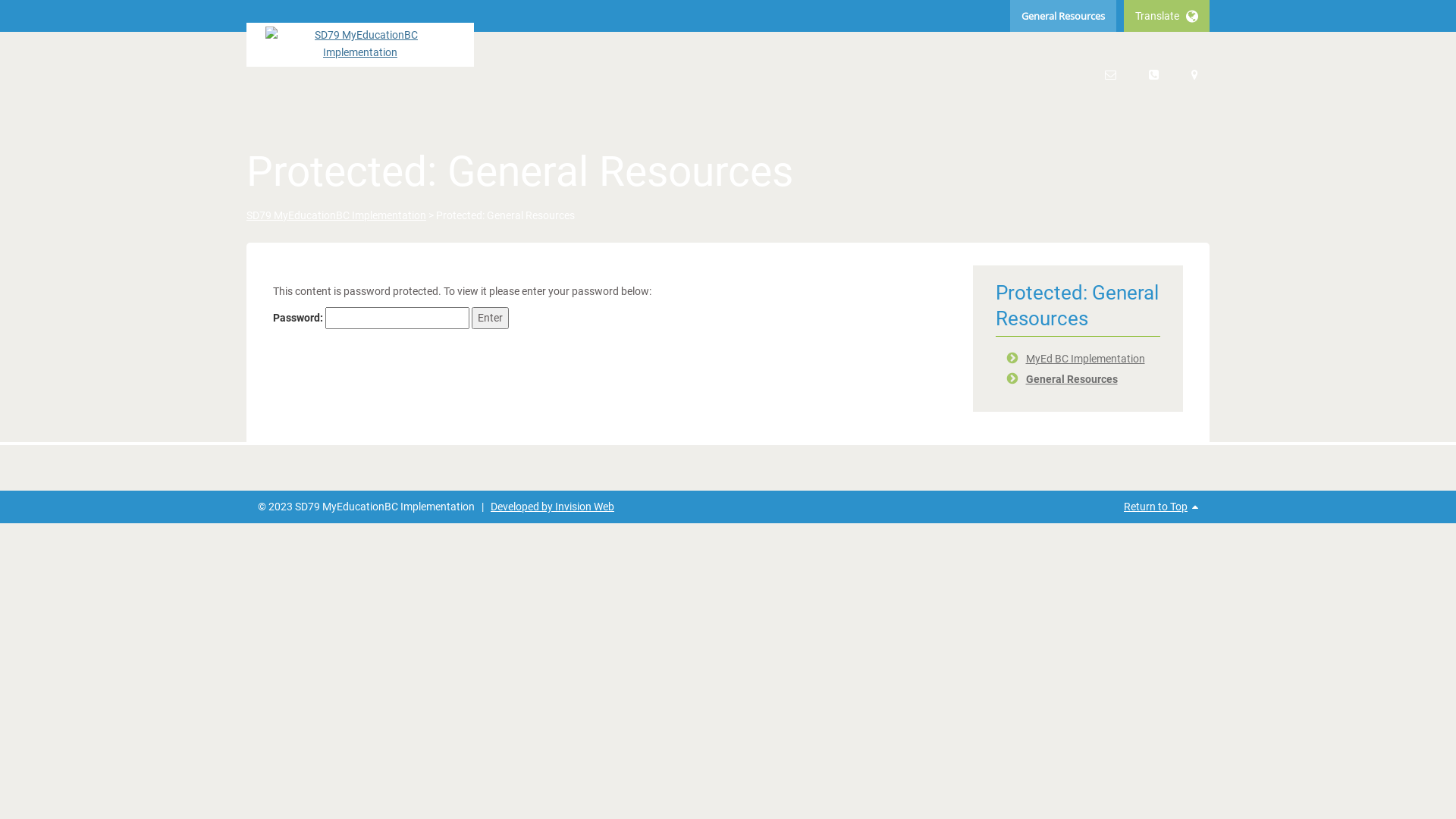 The image size is (1456, 819). Describe the element at coordinates (1025, 359) in the screenshot. I see `'MyEd BC Implementation'` at that location.